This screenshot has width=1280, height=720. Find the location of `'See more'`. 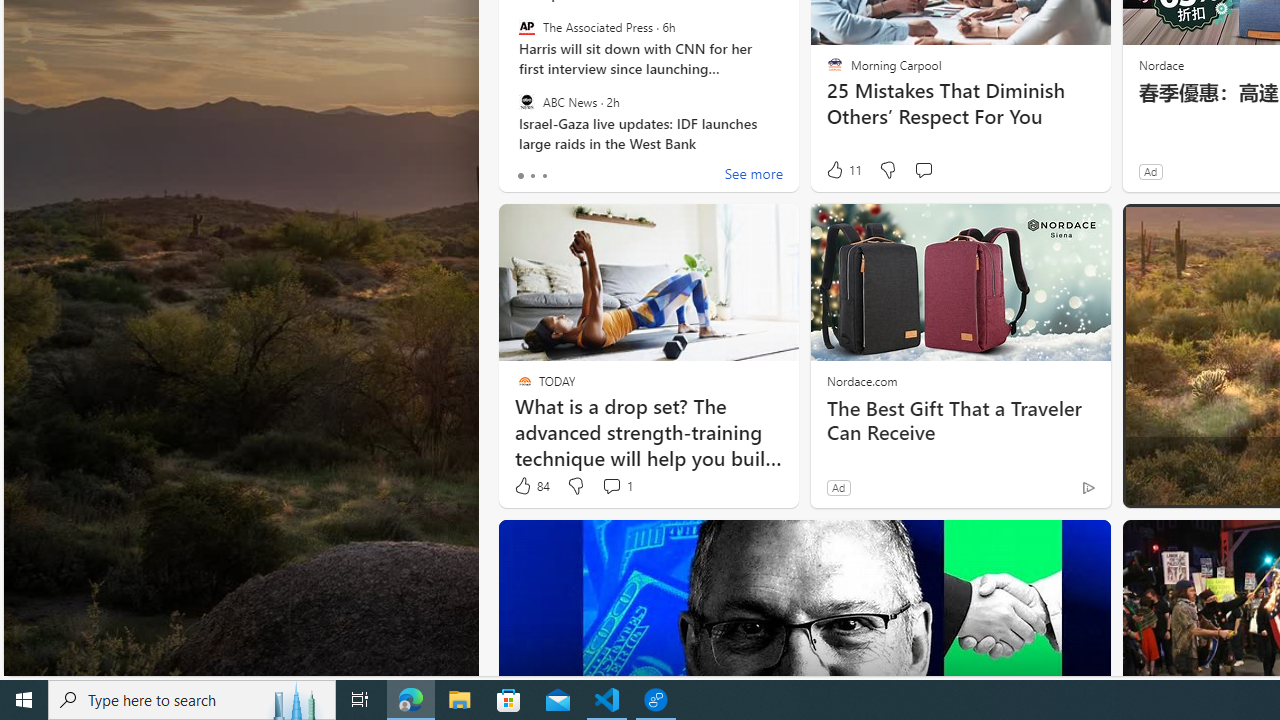

'See more' is located at coordinates (752, 175).